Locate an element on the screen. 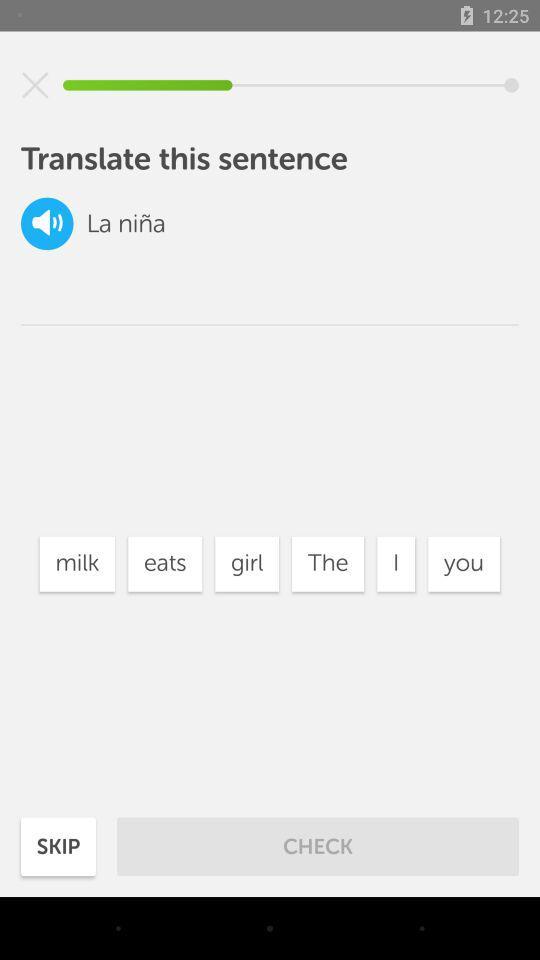  the icon below translate this sentence item is located at coordinates (328, 564).